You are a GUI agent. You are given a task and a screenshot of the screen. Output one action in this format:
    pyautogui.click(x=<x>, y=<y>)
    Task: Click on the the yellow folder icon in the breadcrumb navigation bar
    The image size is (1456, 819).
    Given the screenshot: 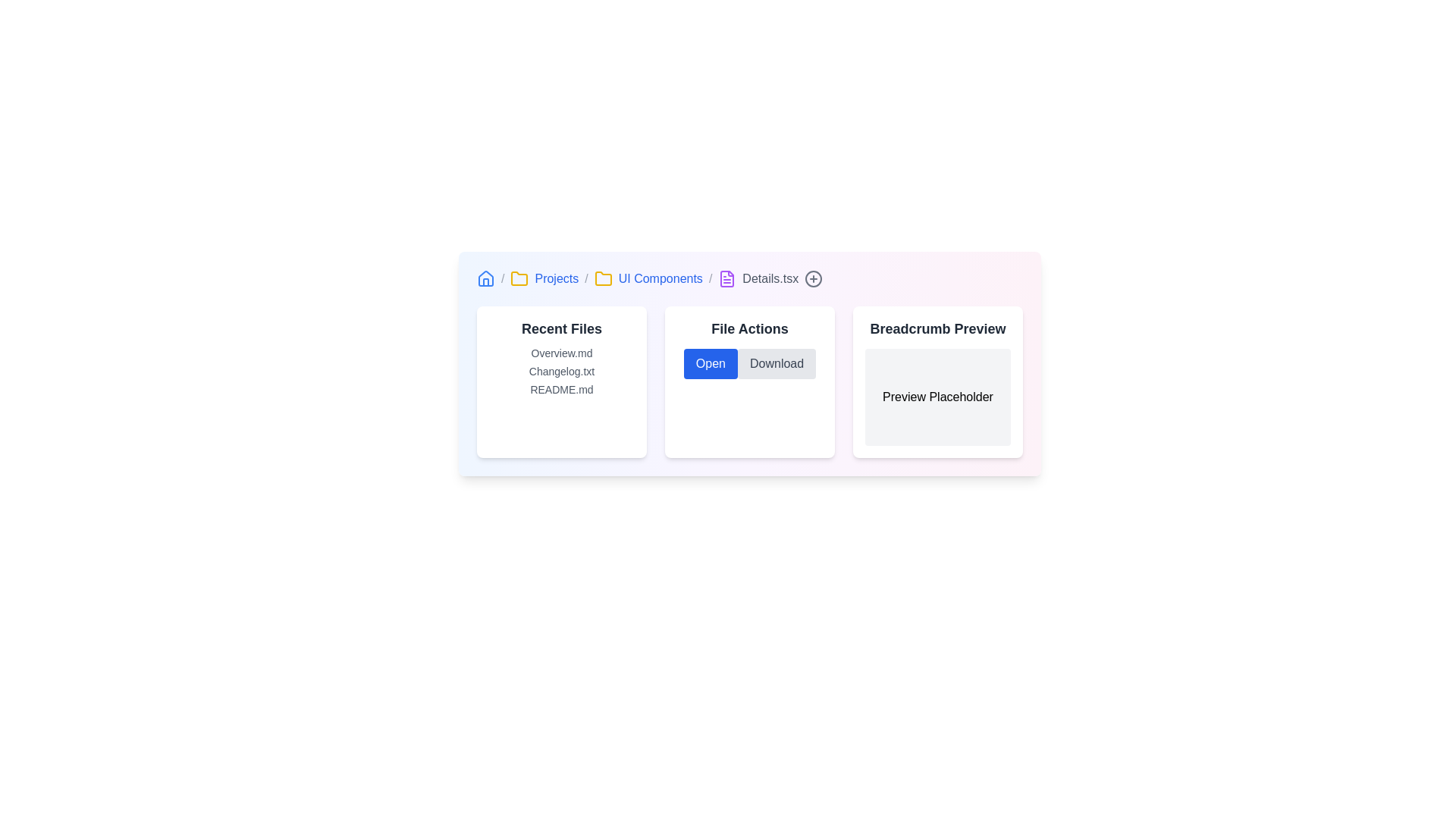 What is the action you would take?
    pyautogui.click(x=519, y=278)
    